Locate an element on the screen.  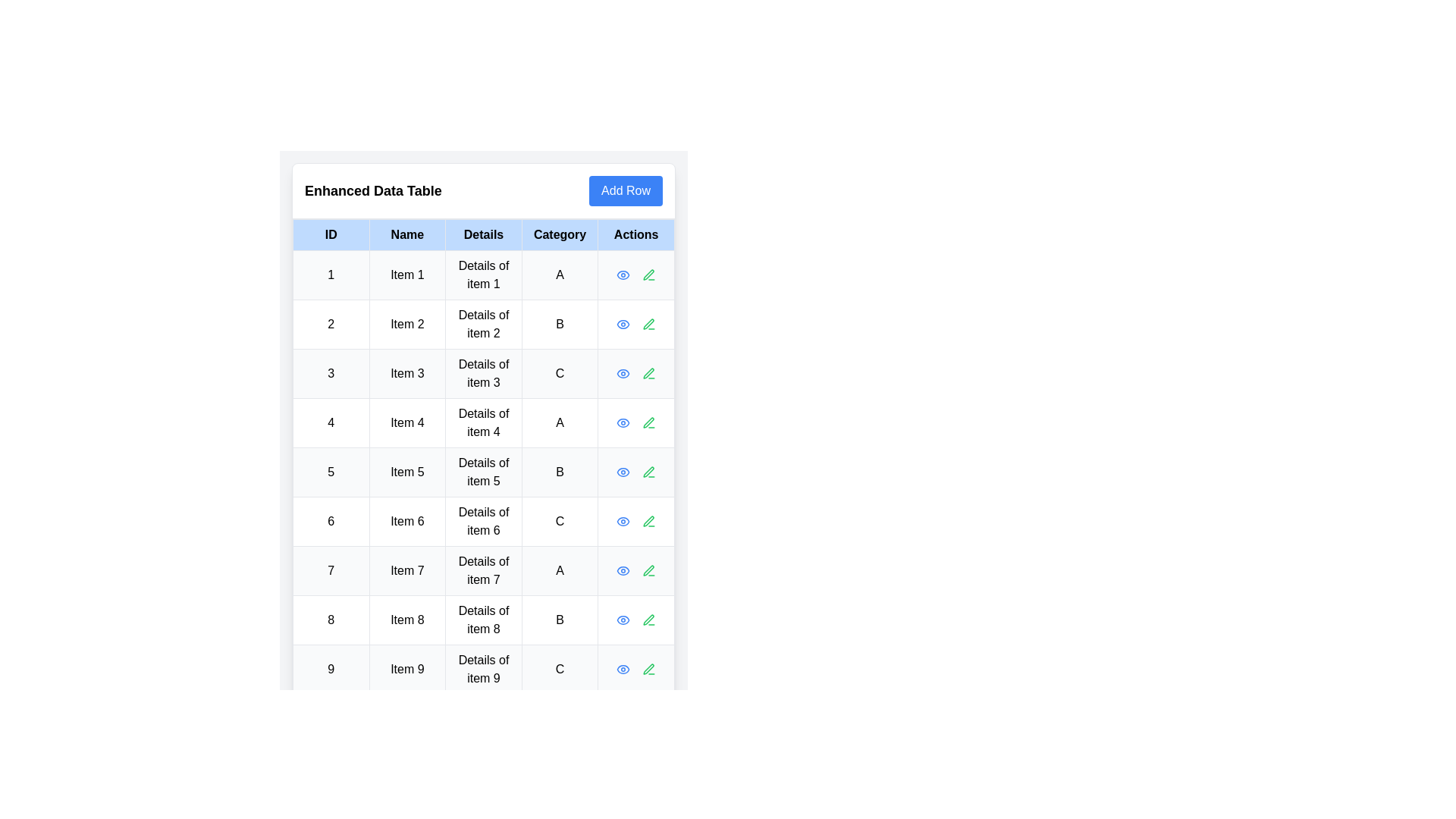
the static text element displaying 'Details of item 8' in the eighth row of the table is located at coordinates (483, 620).